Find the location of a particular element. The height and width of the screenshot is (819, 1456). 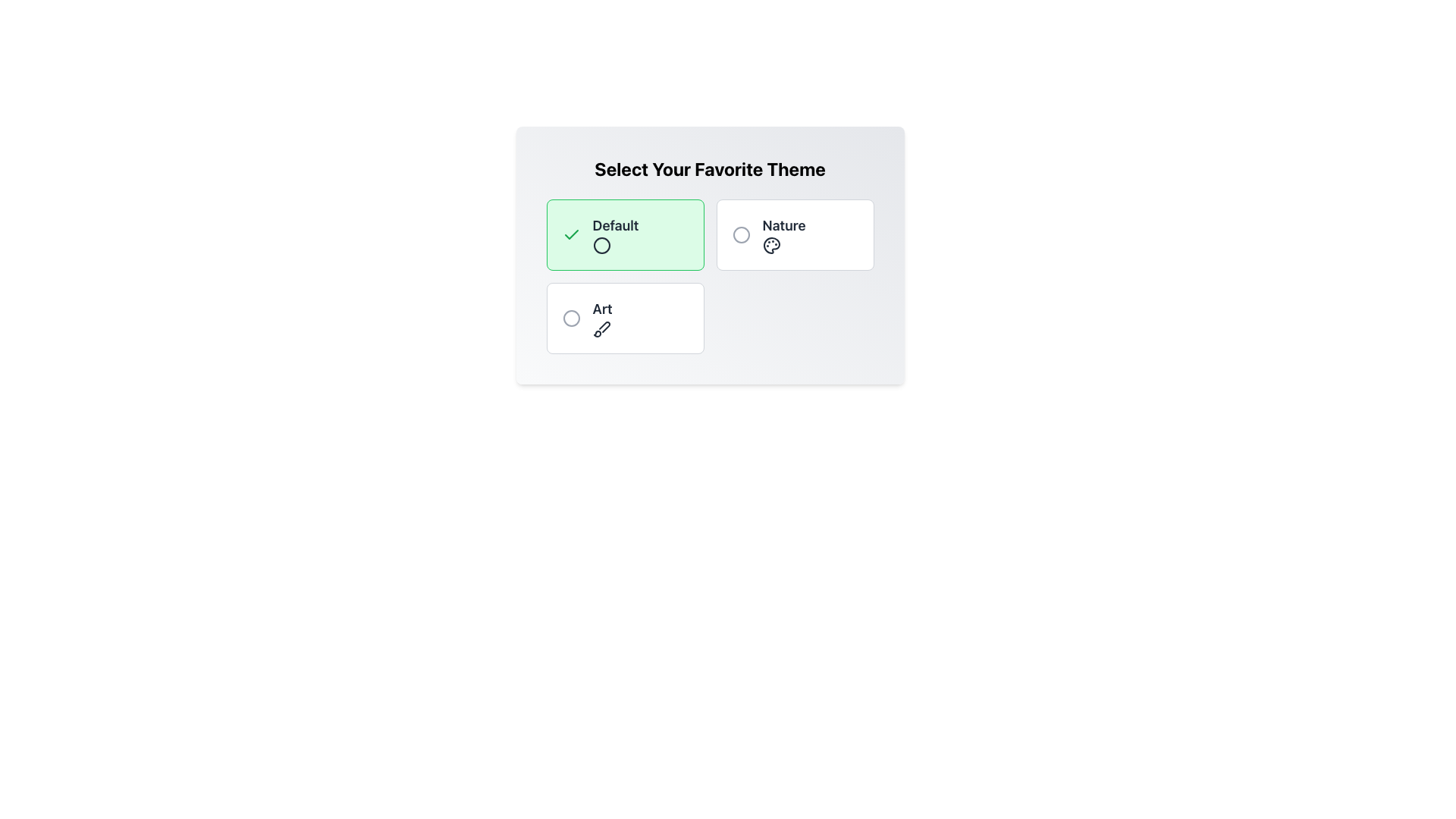

the 'Art' theme icon located at the top-left corner of the 'Art' selection card is located at coordinates (570, 318).